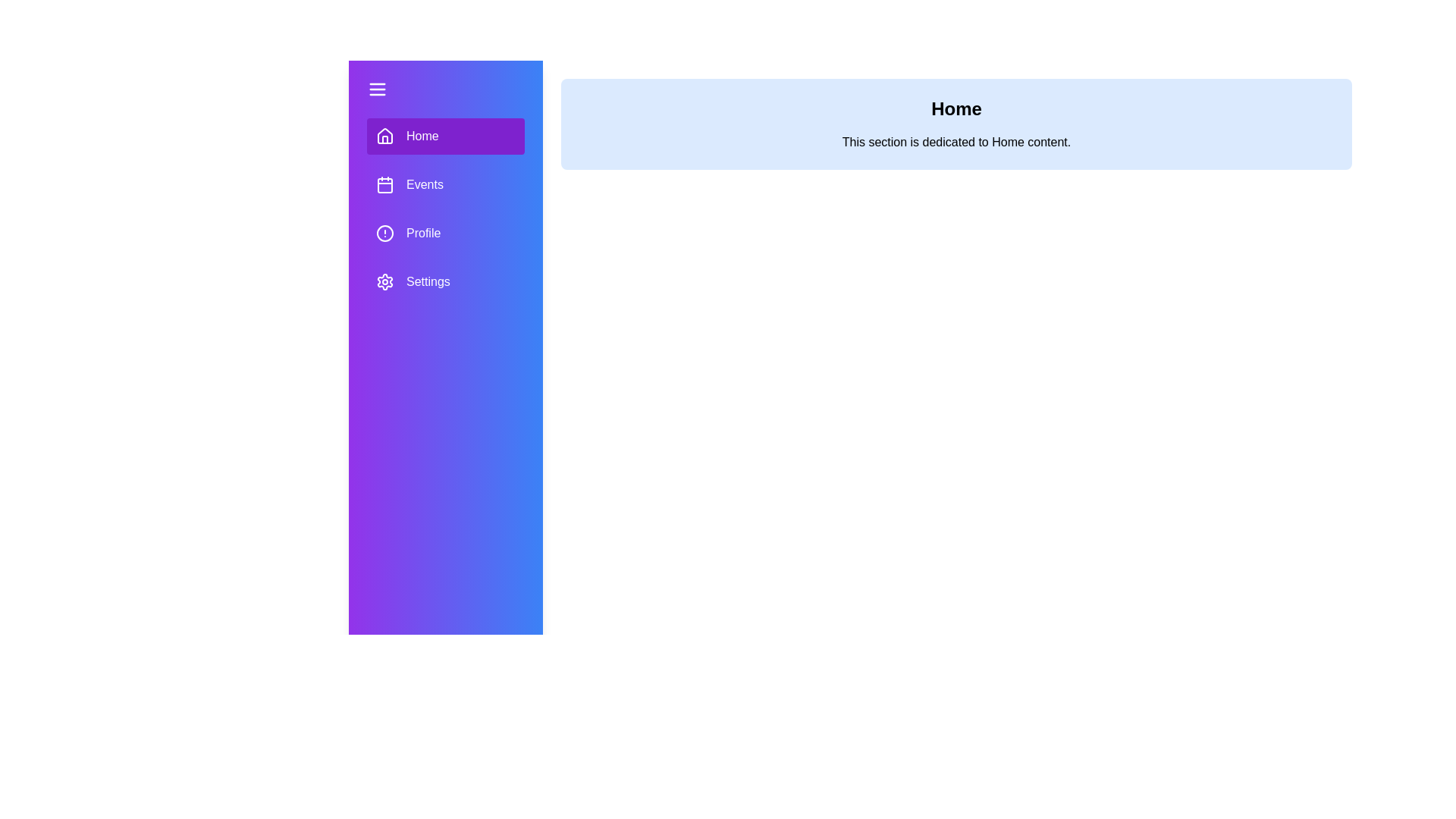 The width and height of the screenshot is (1456, 819). I want to click on the Profile icon in the vertical navigation bar, which features a circular outline with a vertical line and a dot below it, located to the left of the text 'Profile', so click(385, 234).